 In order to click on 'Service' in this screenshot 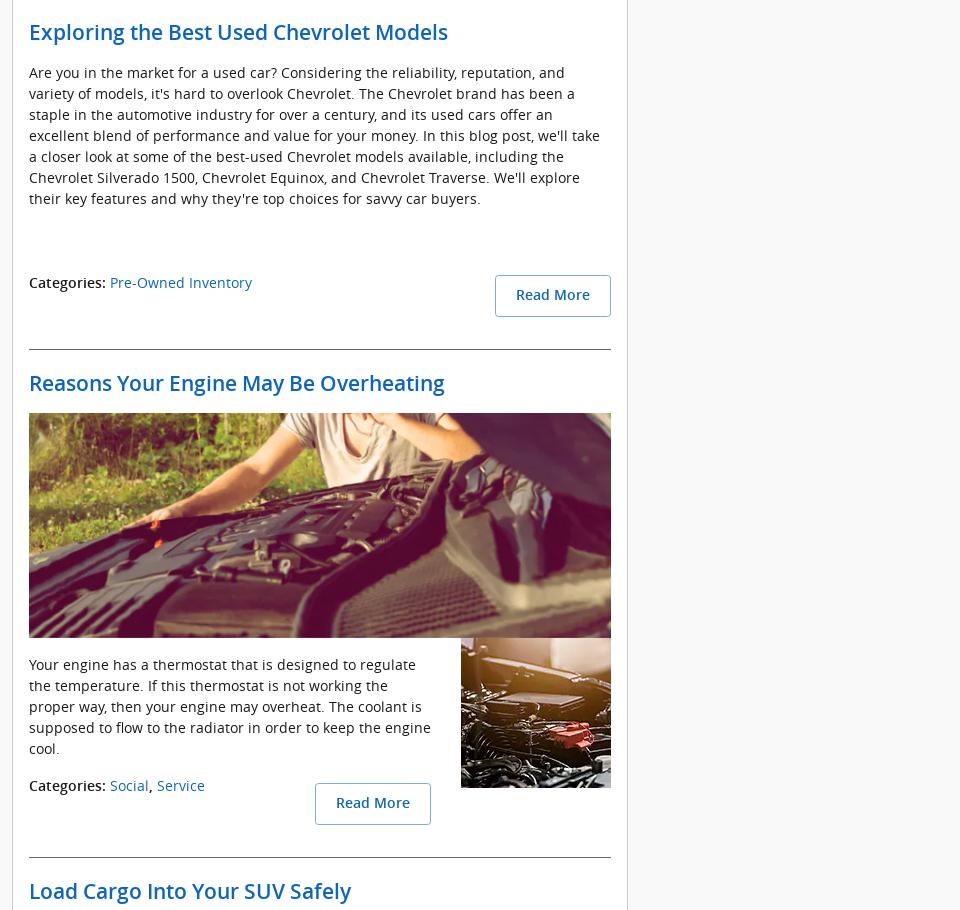, I will do `click(155, 784)`.